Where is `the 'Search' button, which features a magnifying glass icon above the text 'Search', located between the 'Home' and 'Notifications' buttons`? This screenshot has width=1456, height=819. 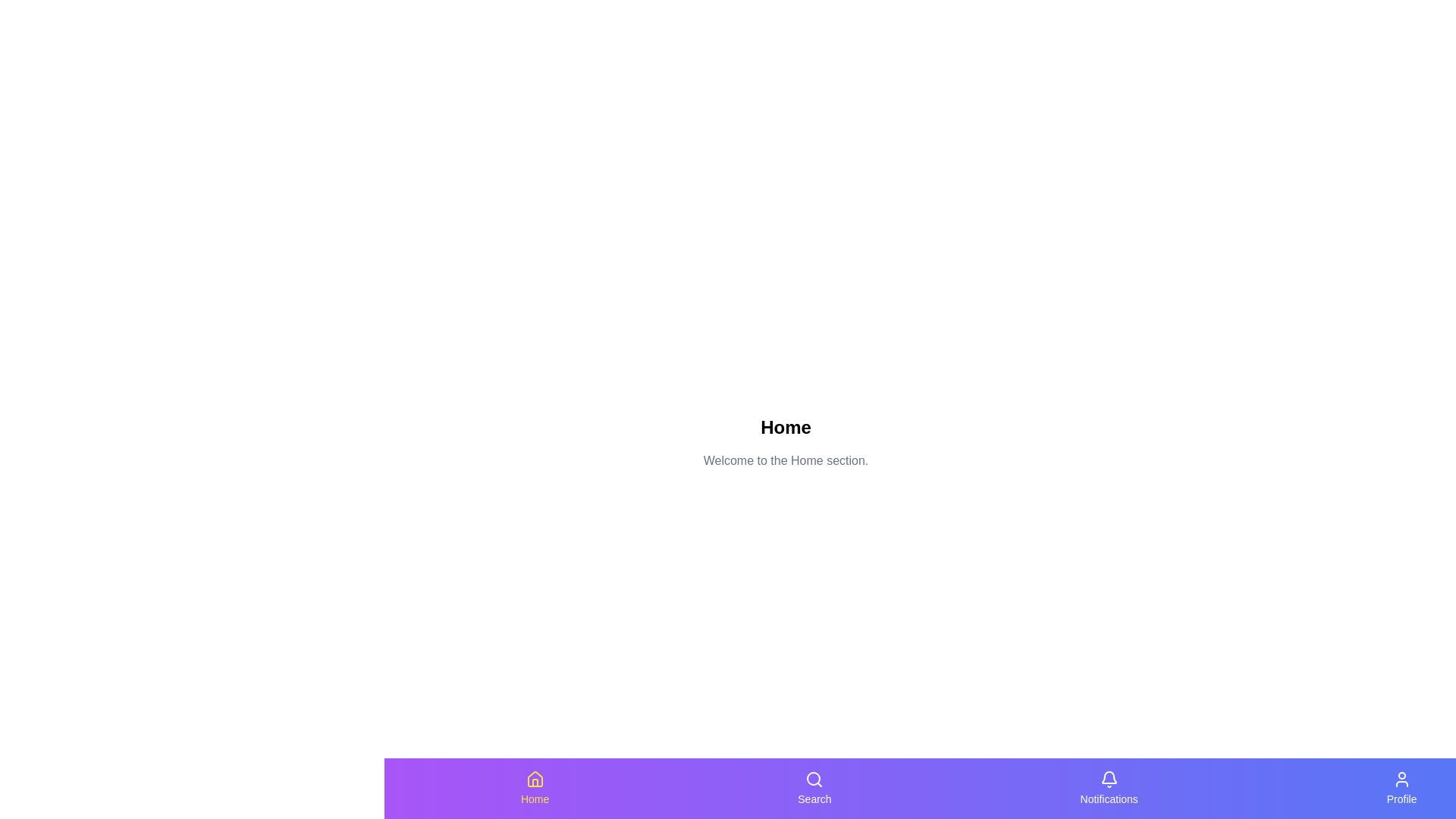 the 'Search' button, which features a magnifying glass icon above the text 'Search', located between the 'Home' and 'Notifications' buttons is located at coordinates (814, 788).